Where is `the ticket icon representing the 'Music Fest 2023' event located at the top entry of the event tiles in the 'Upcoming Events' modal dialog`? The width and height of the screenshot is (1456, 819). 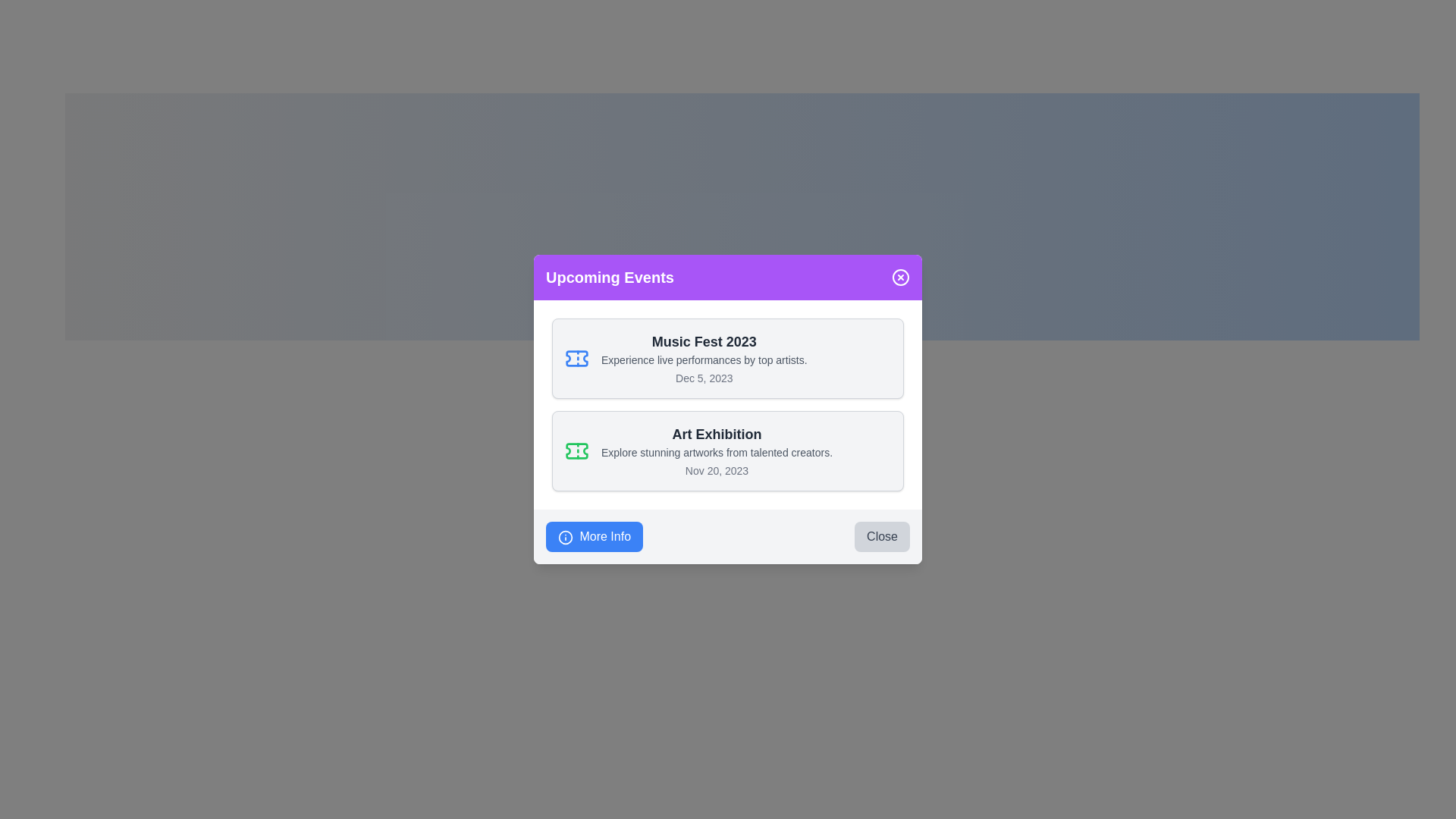 the ticket icon representing the 'Music Fest 2023' event located at the top entry of the event tiles in the 'Upcoming Events' modal dialog is located at coordinates (576, 450).